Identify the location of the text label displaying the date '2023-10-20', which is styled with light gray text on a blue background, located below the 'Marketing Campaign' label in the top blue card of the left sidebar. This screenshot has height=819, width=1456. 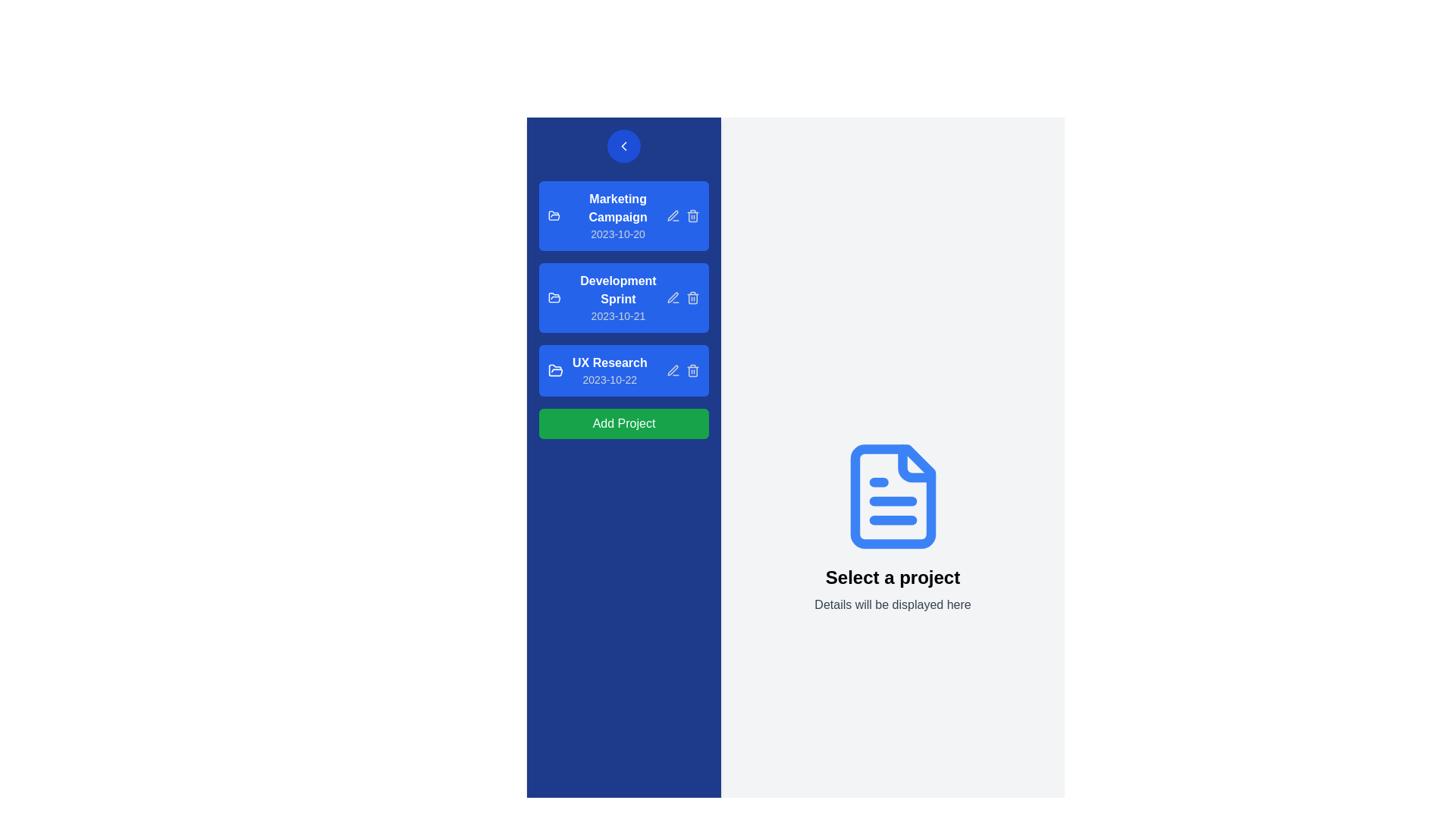
(618, 234).